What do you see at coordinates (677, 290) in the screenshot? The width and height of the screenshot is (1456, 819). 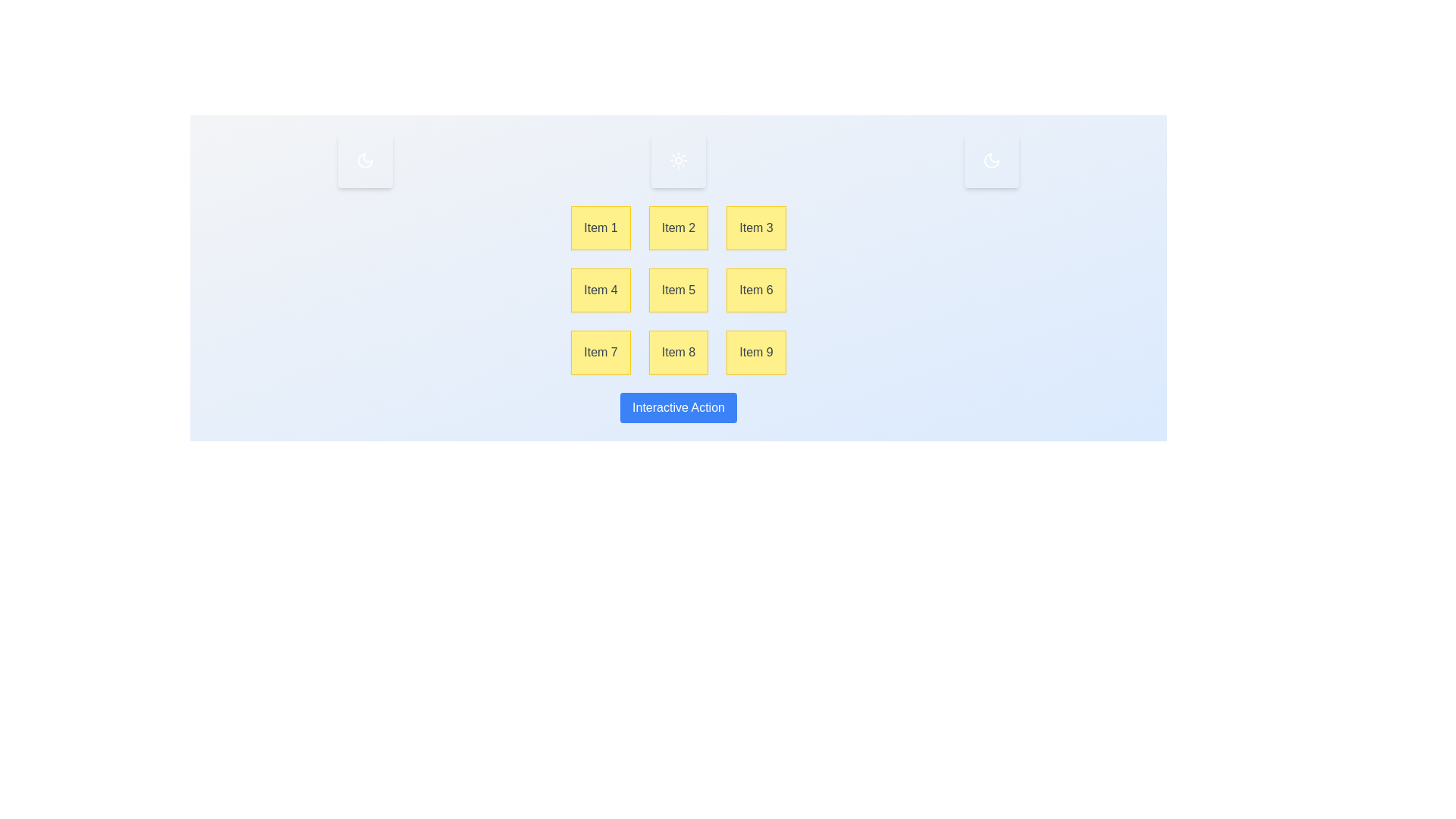 I see `the text label located at the center of the 3x3 grid layout, which serves as an identifier within the grid` at bounding box center [677, 290].